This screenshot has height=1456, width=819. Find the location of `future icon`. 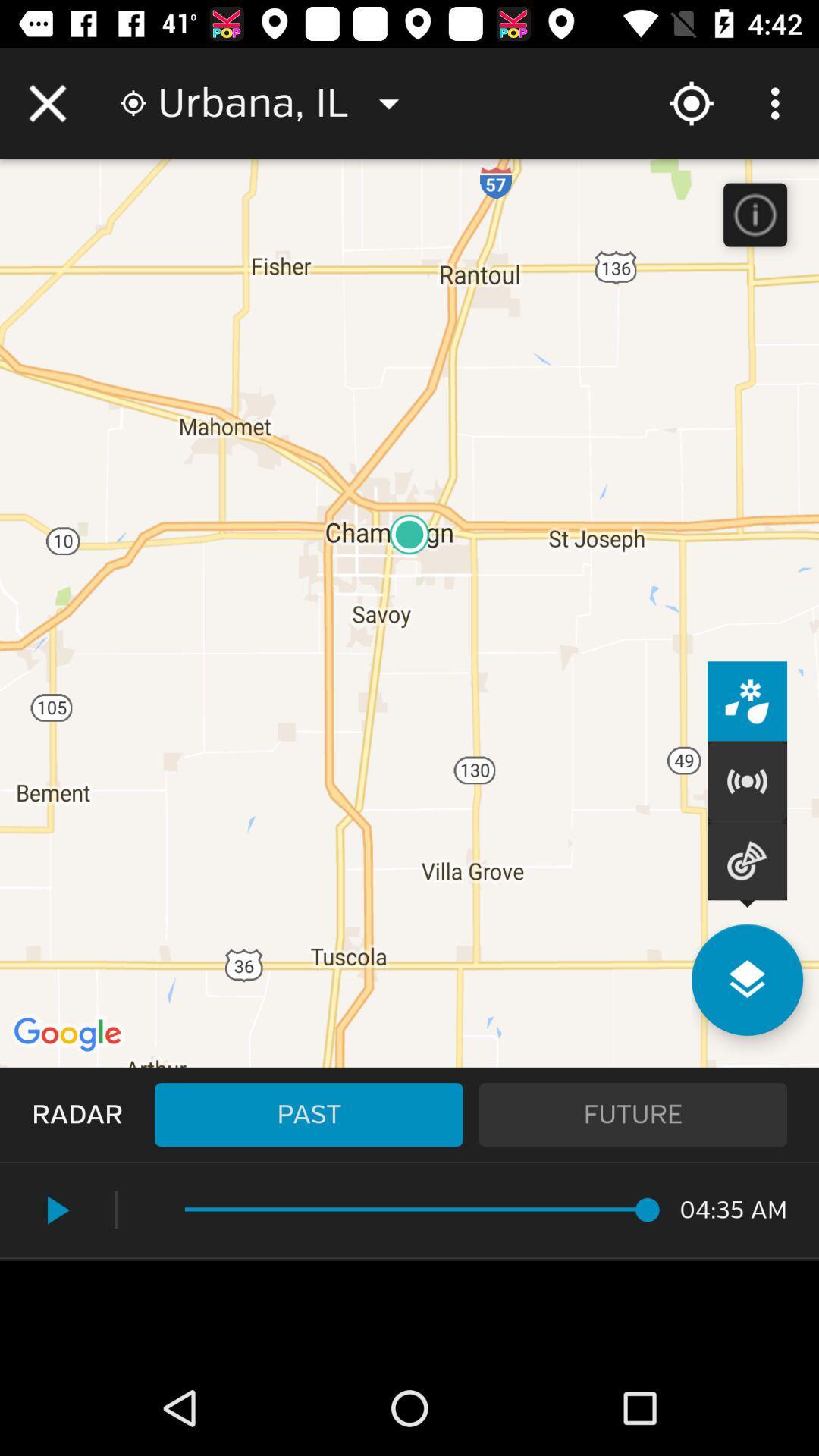

future icon is located at coordinates (632, 1114).